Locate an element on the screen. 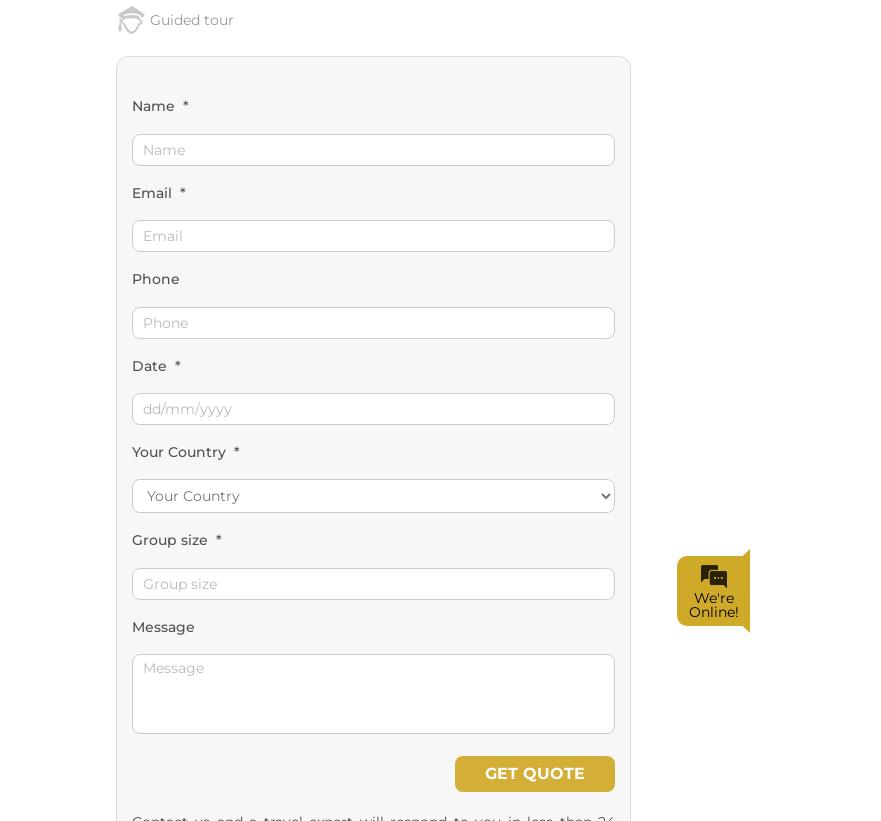 The image size is (881, 821). 'Full description' is located at coordinates (197, 536).